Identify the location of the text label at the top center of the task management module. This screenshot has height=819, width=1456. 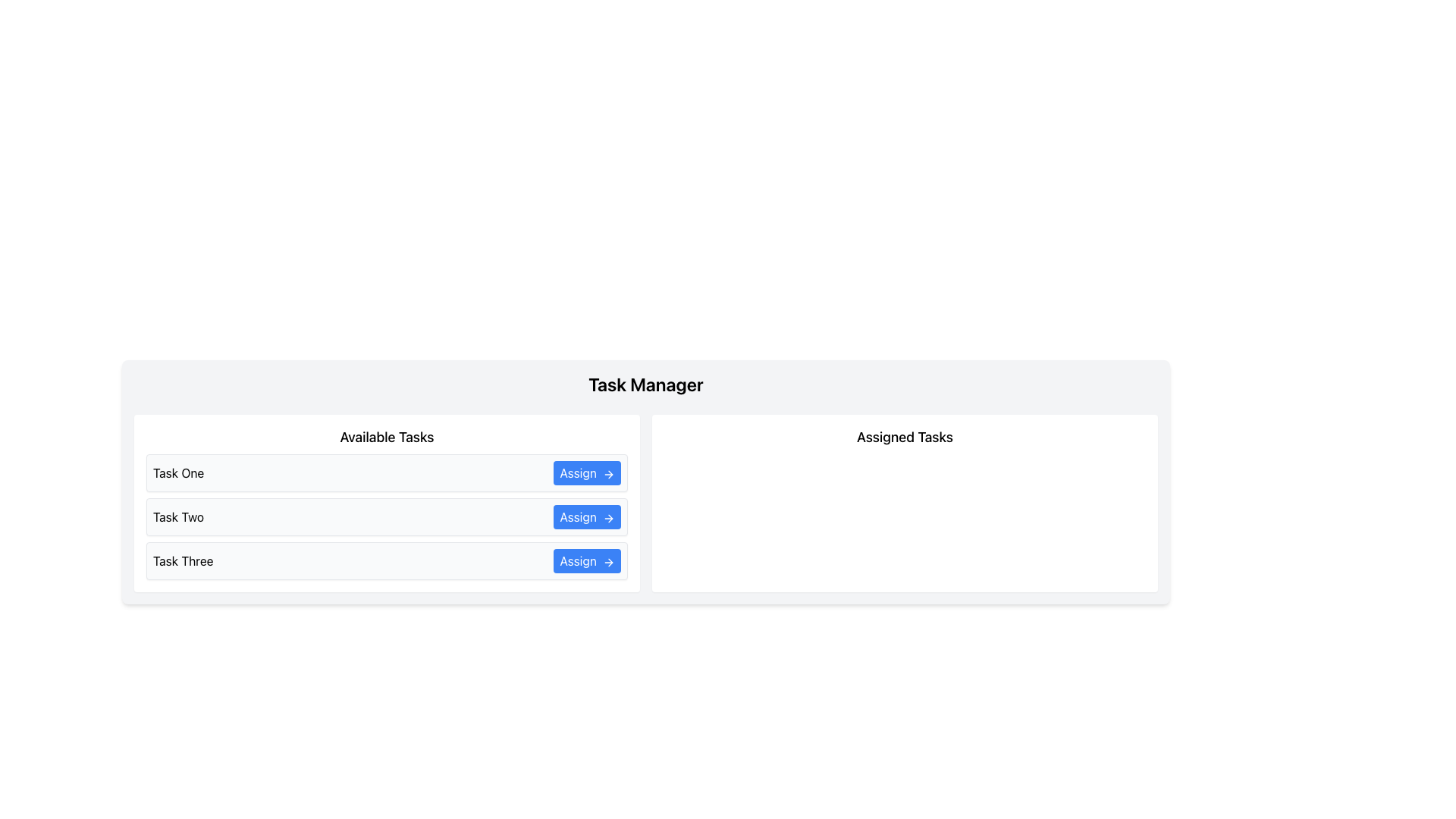
(645, 383).